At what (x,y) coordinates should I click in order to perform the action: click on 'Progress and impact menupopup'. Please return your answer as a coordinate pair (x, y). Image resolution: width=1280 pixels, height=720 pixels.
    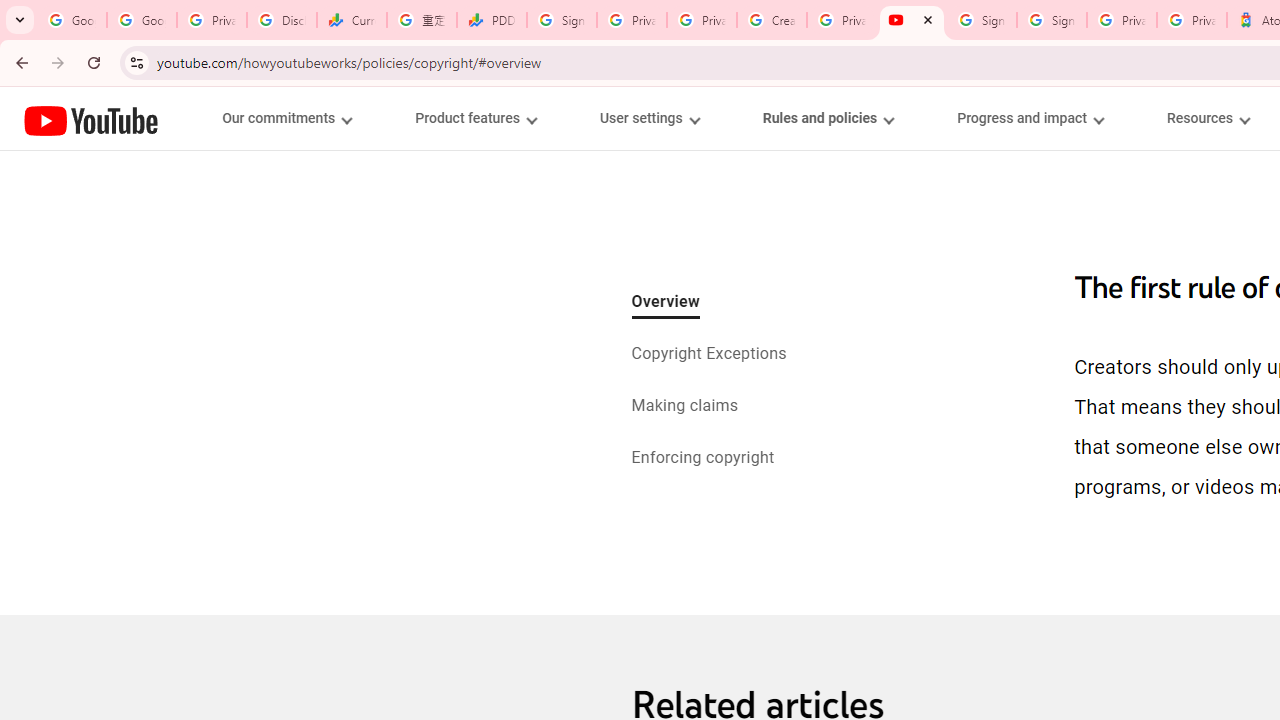
    Looking at the image, I should click on (1030, 118).